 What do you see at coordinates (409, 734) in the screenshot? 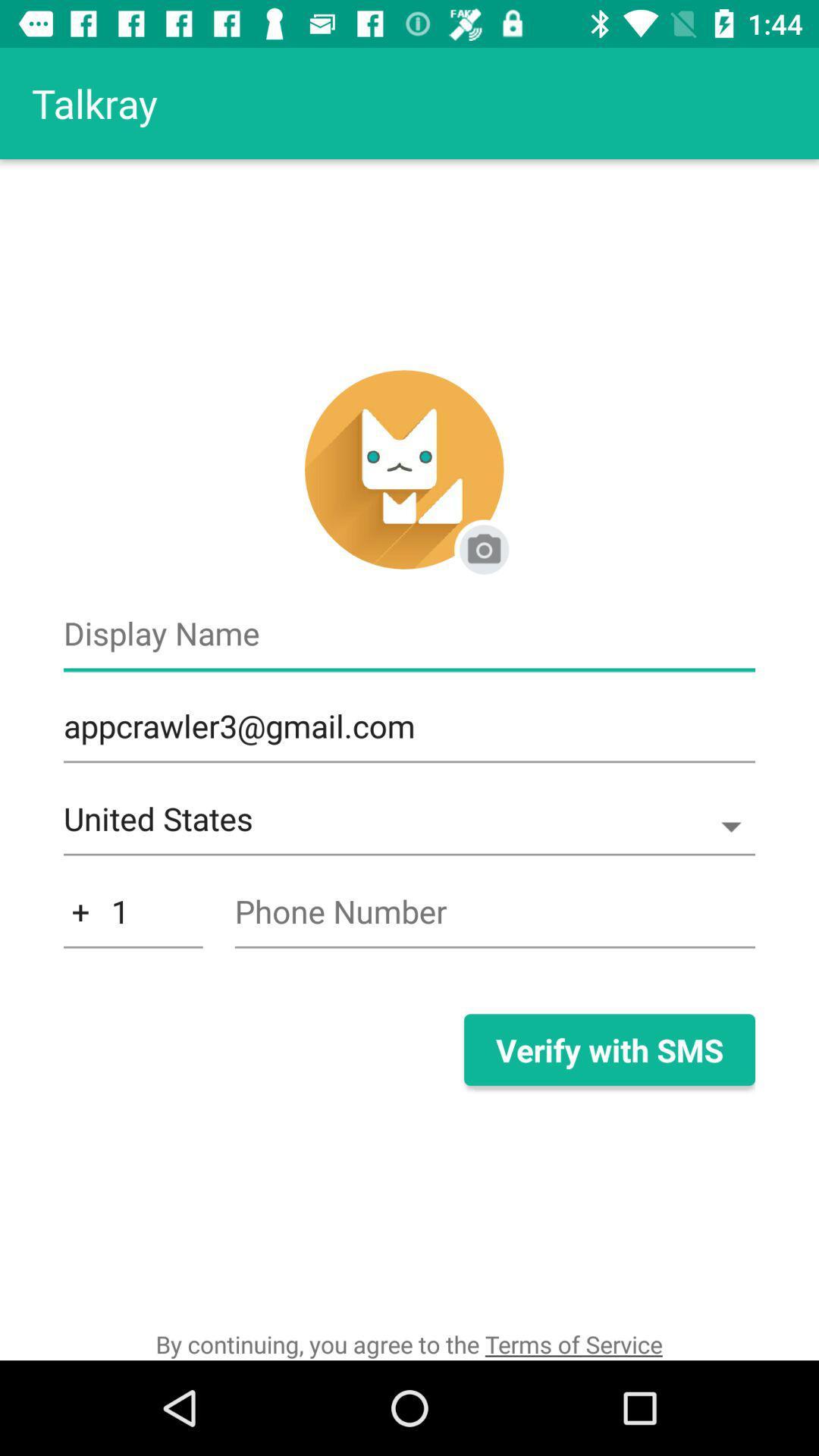
I see `icon above united states icon` at bounding box center [409, 734].